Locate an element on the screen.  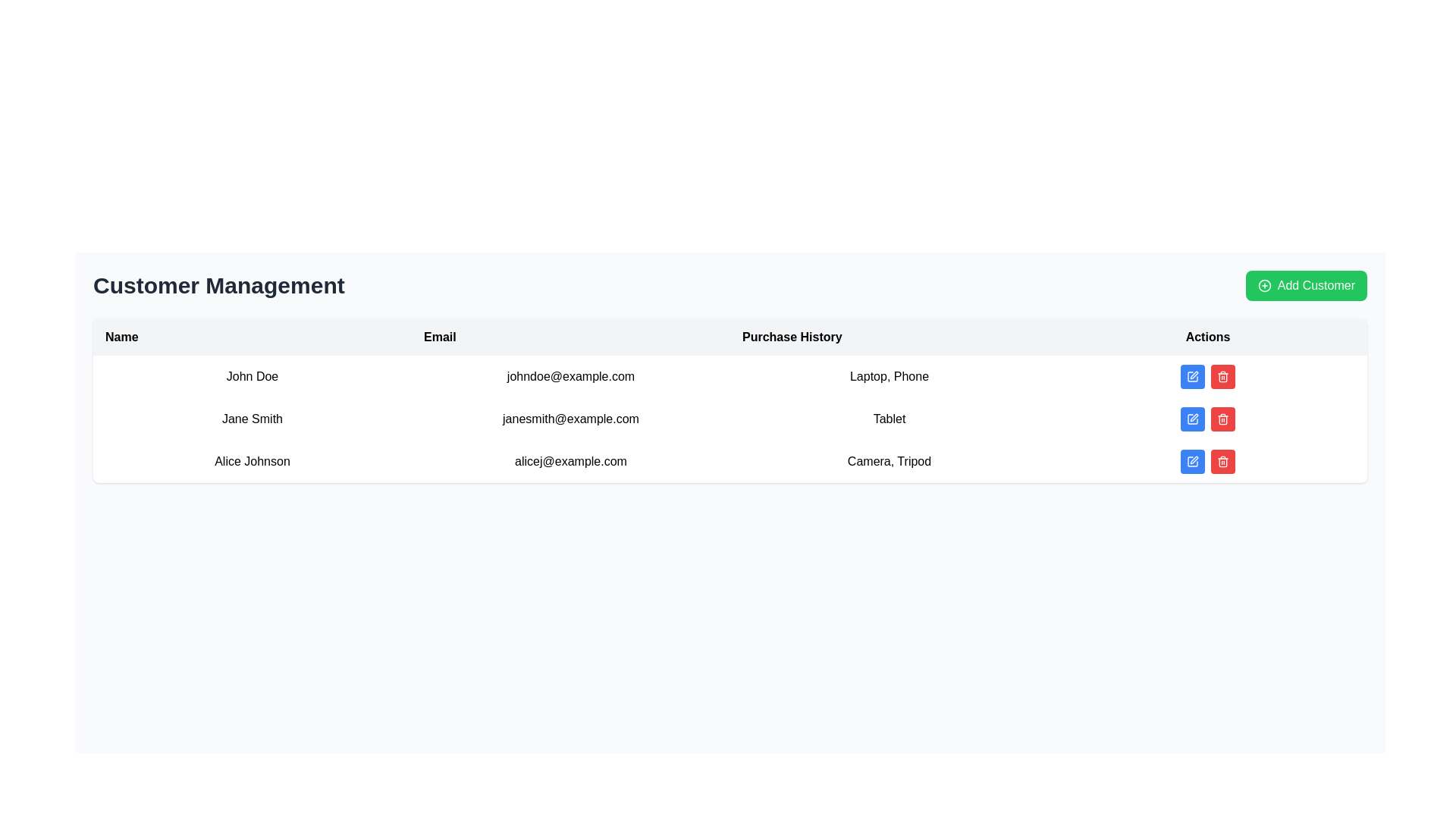
the icon button located on the far-right side of the row for 'Jane Smith' under the 'Actions' column is located at coordinates (1192, 419).